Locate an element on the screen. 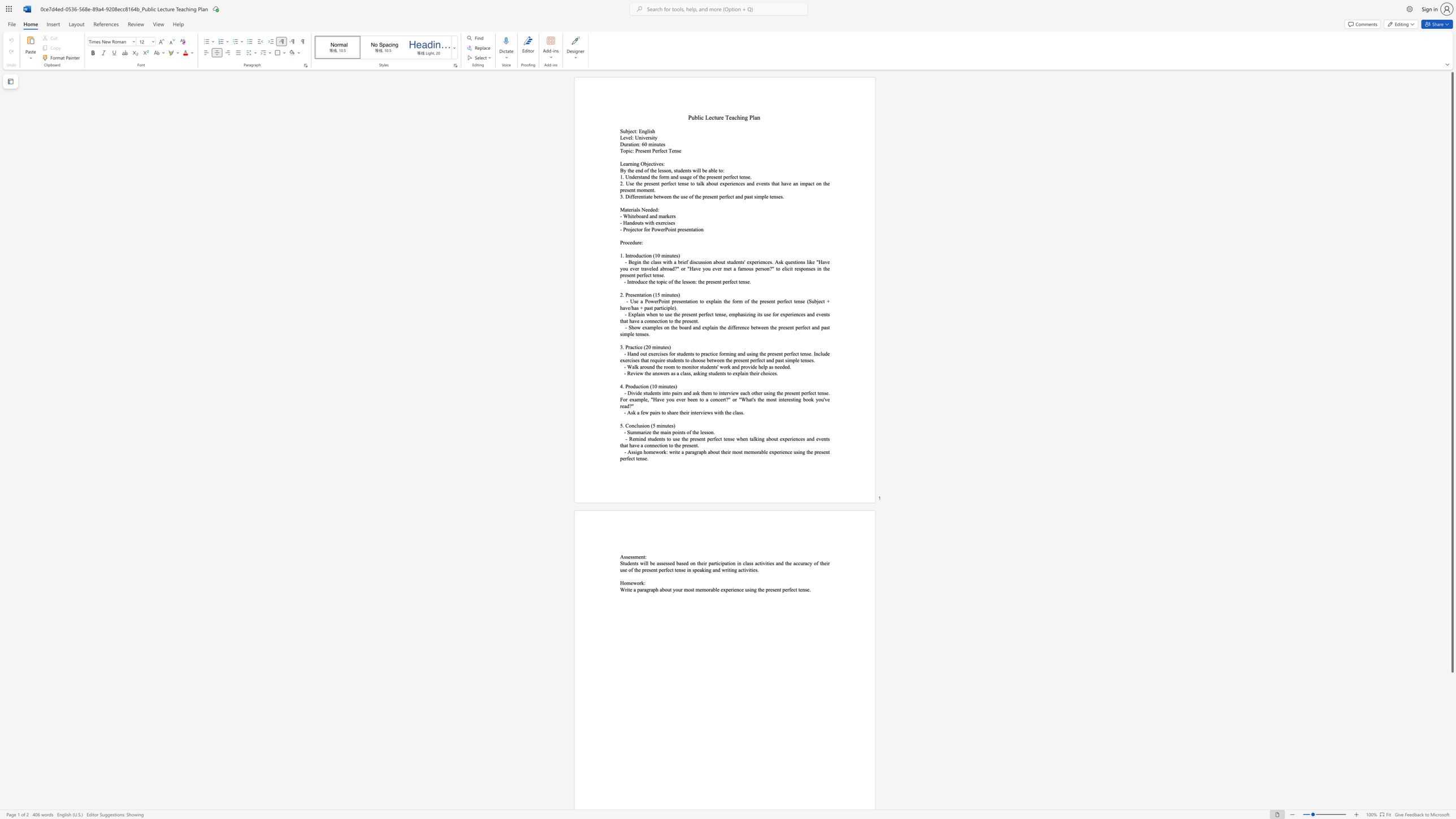  the scrollbar to scroll the page down is located at coordinates (1451, 807).